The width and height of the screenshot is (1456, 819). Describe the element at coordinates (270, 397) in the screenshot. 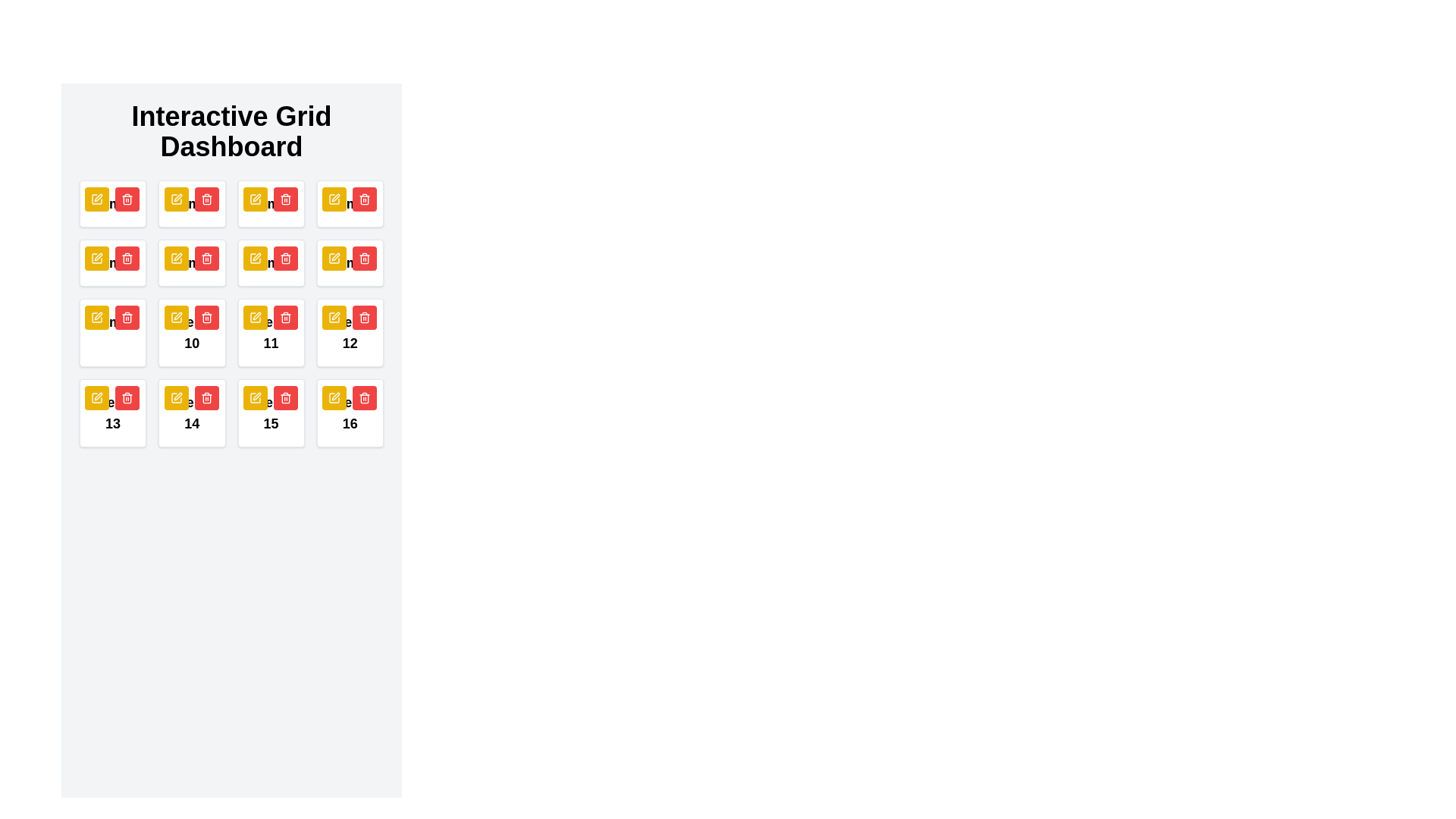

I see `the button group containing the yellow 'Edit' button and the red 'Delete' button at the top-right corner of the card labeled 'Item 15'` at that location.